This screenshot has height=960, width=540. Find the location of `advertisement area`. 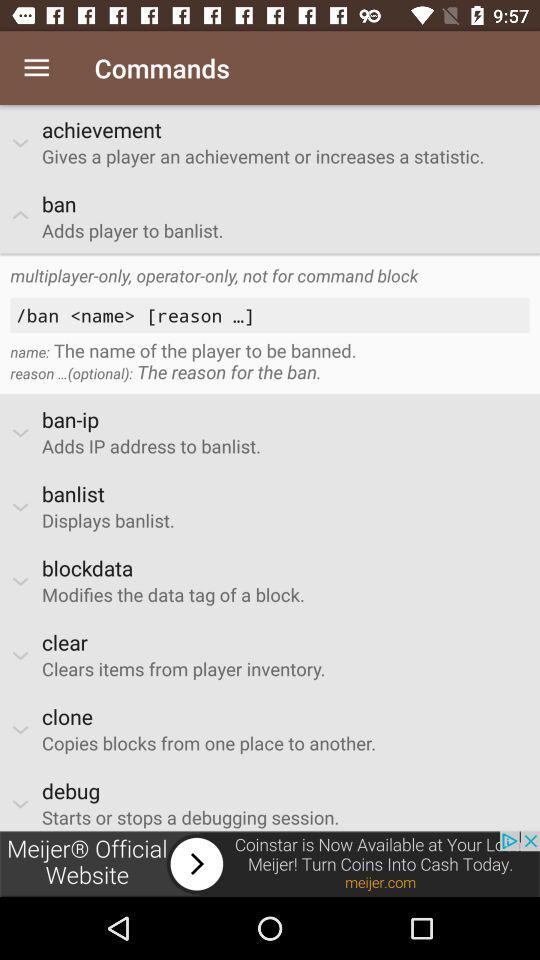

advertisement area is located at coordinates (270, 863).